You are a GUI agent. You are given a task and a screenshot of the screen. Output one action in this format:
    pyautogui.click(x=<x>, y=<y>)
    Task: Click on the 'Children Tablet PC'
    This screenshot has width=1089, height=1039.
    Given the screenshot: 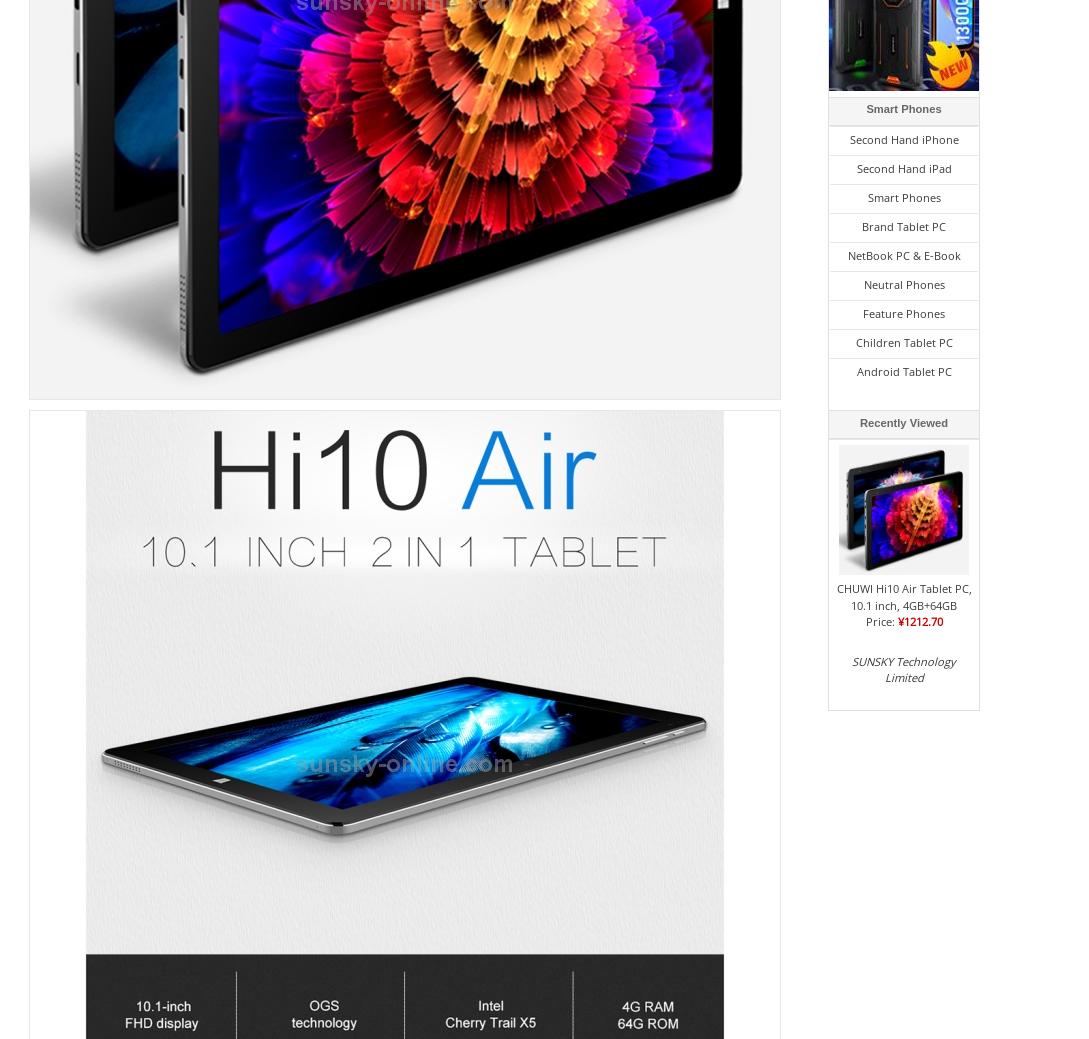 What is the action you would take?
    pyautogui.click(x=854, y=342)
    